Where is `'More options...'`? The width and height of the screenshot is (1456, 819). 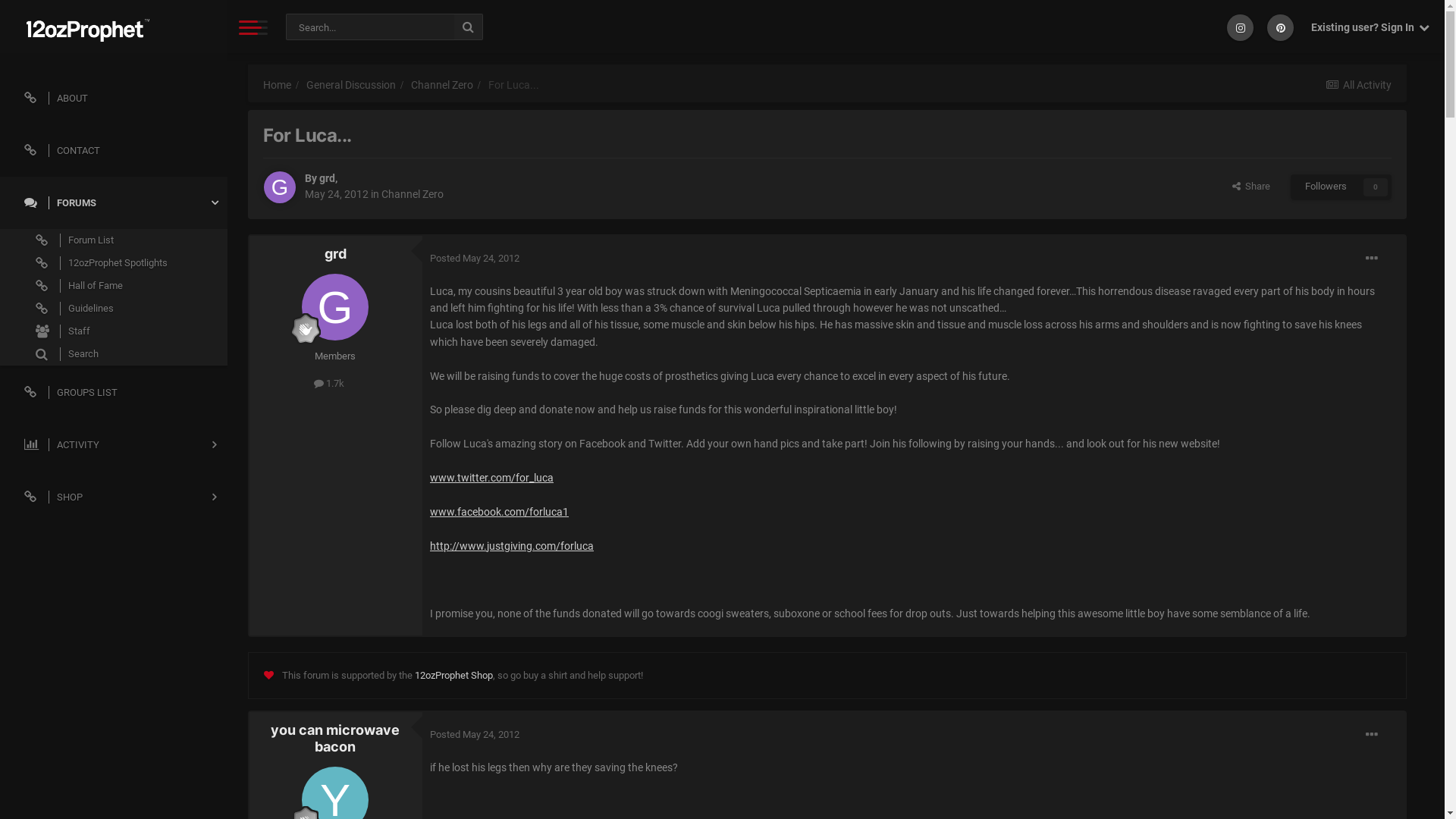
'More options...' is located at coordinates (1357, 257).